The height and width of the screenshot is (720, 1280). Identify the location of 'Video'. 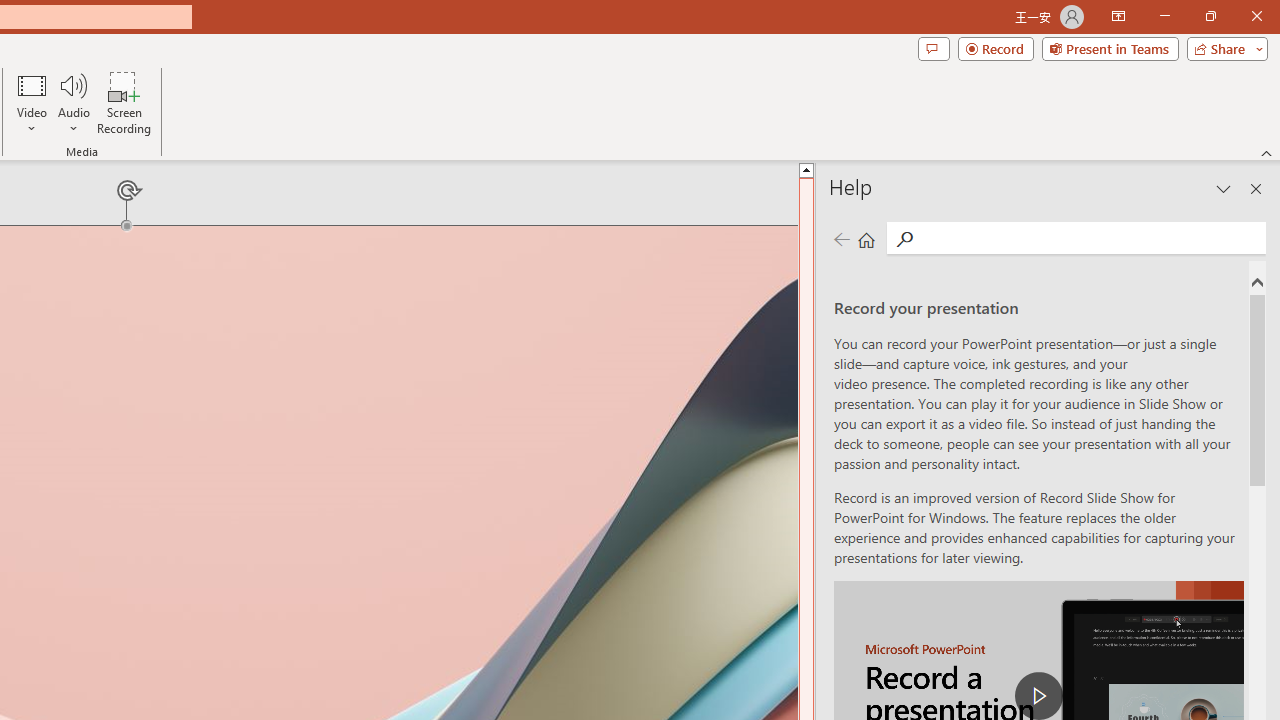
(32, 103).